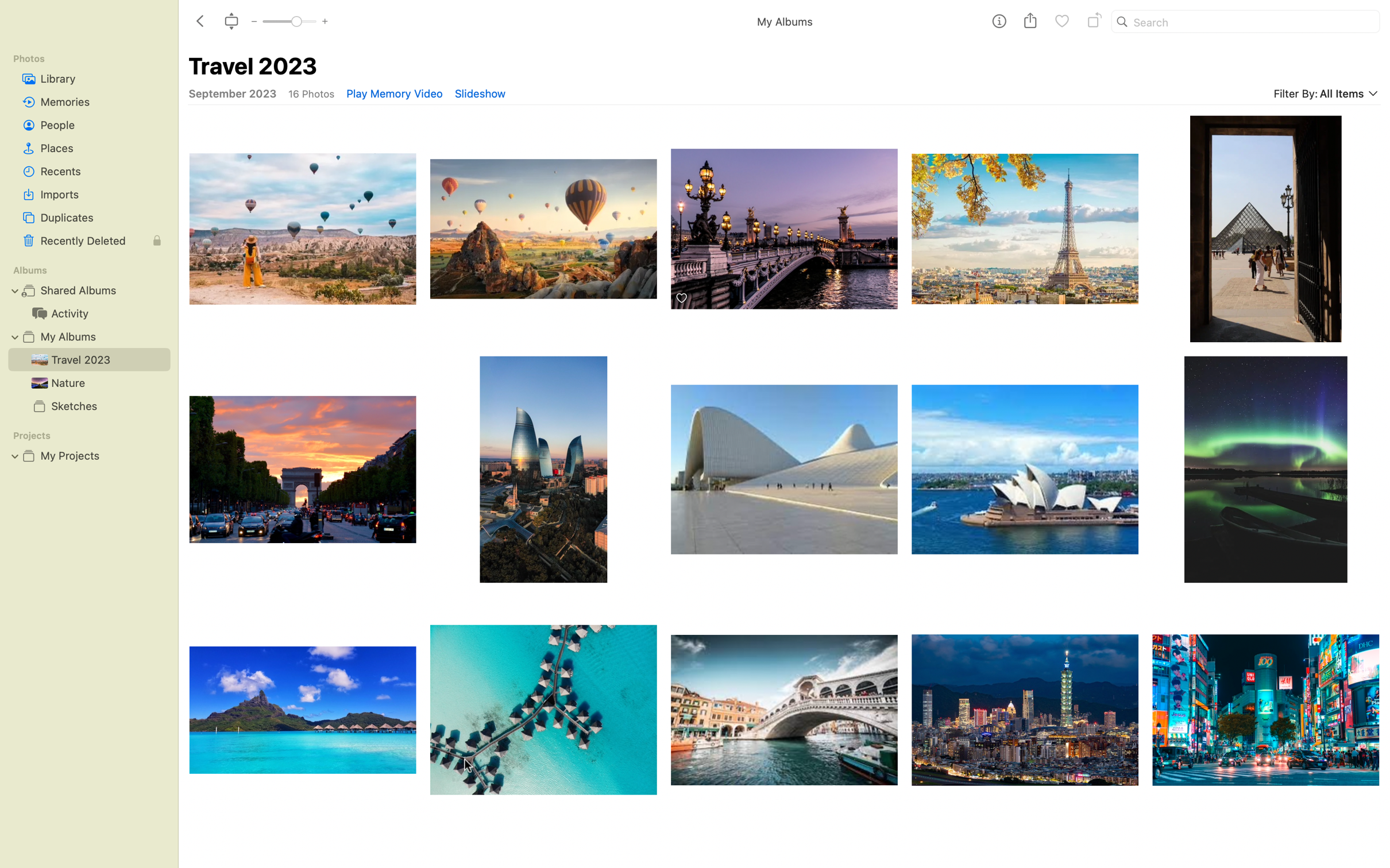 This screenshot has width=1390, height=868. I want to click on album named "Memories" and use top panel controls to enlarge the photographs, so click(88, 101).